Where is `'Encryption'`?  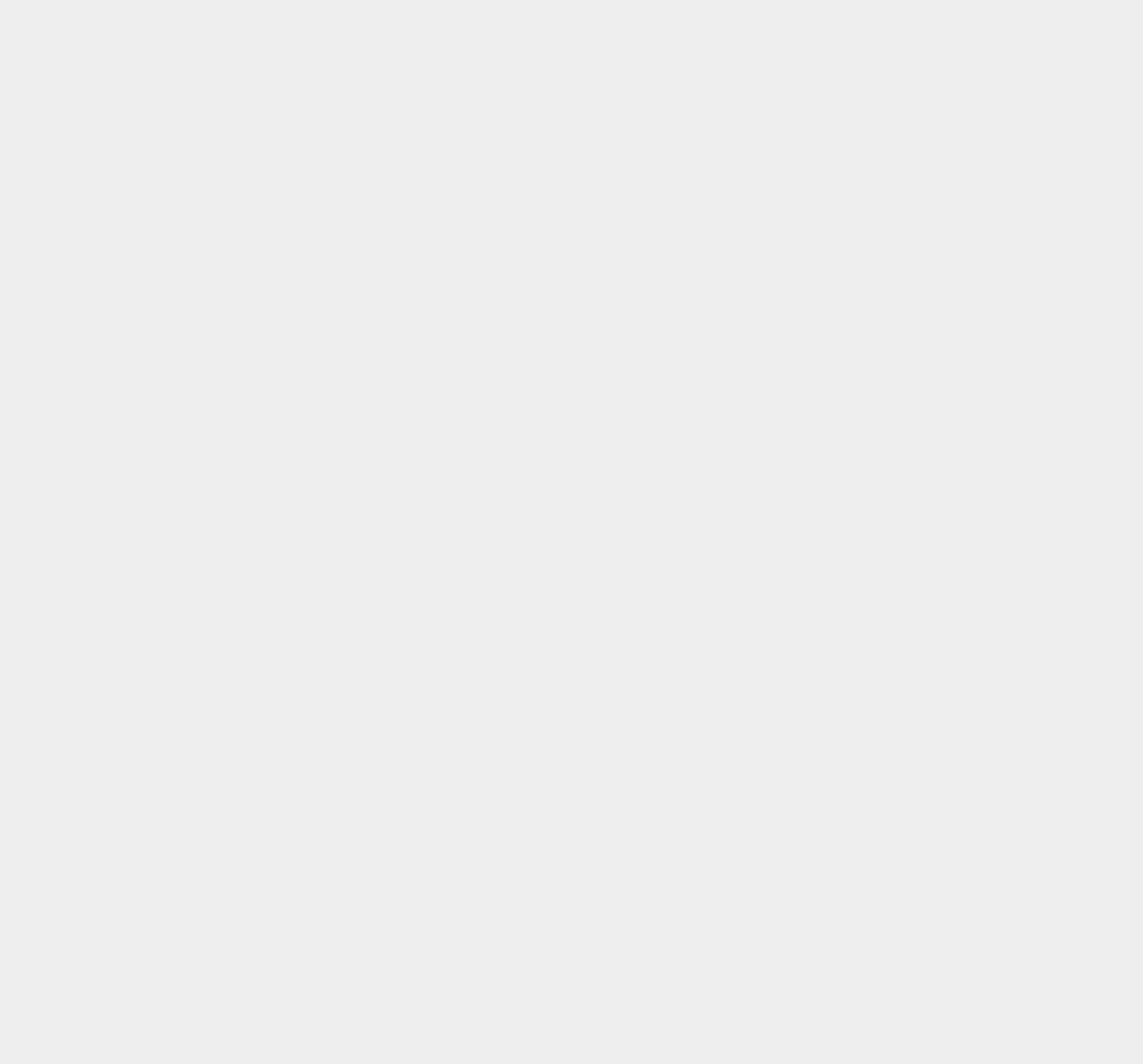 'Encryption' is located at coordinates (840, 331).